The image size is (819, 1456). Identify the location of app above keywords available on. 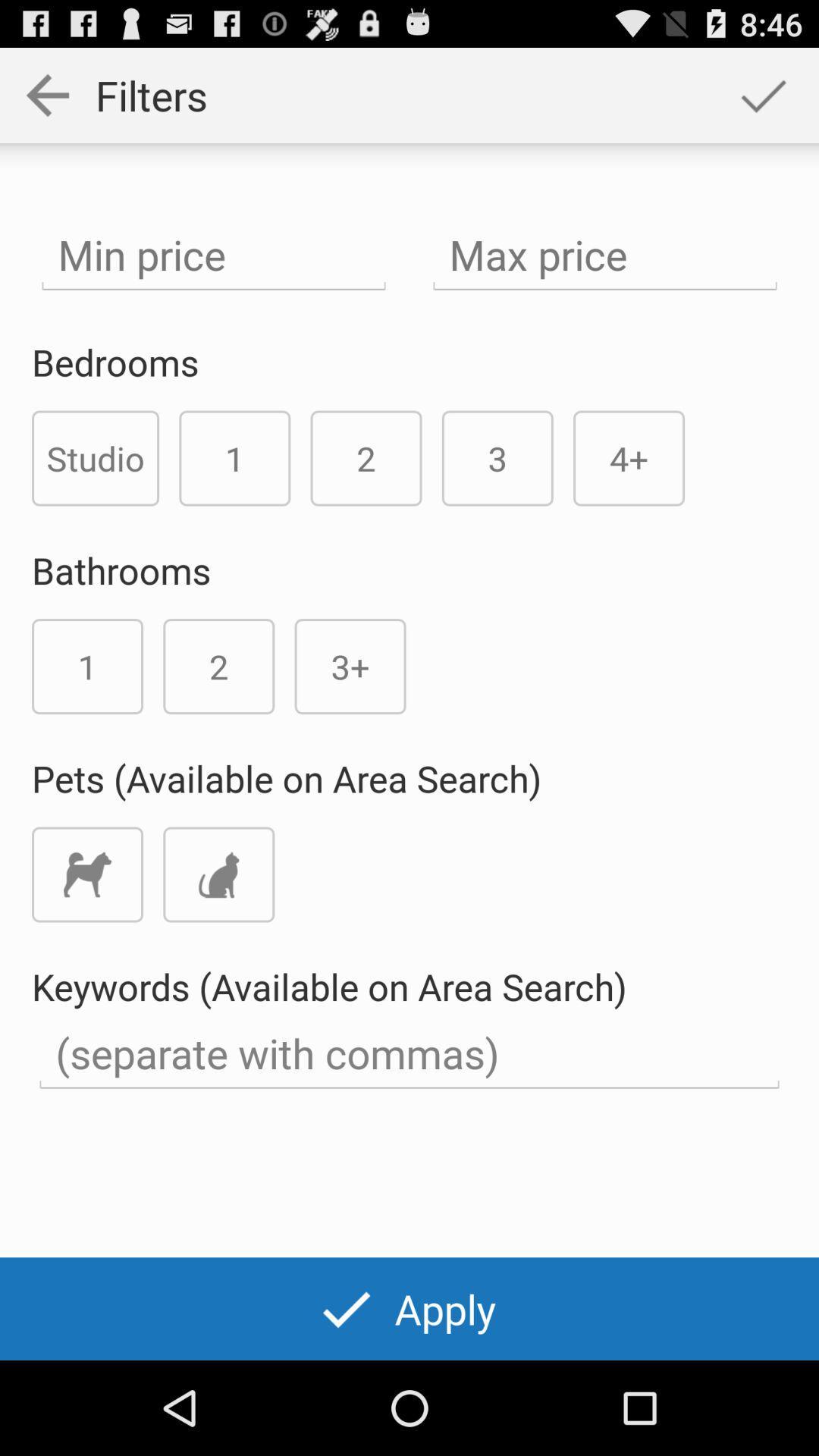
(218, 874).